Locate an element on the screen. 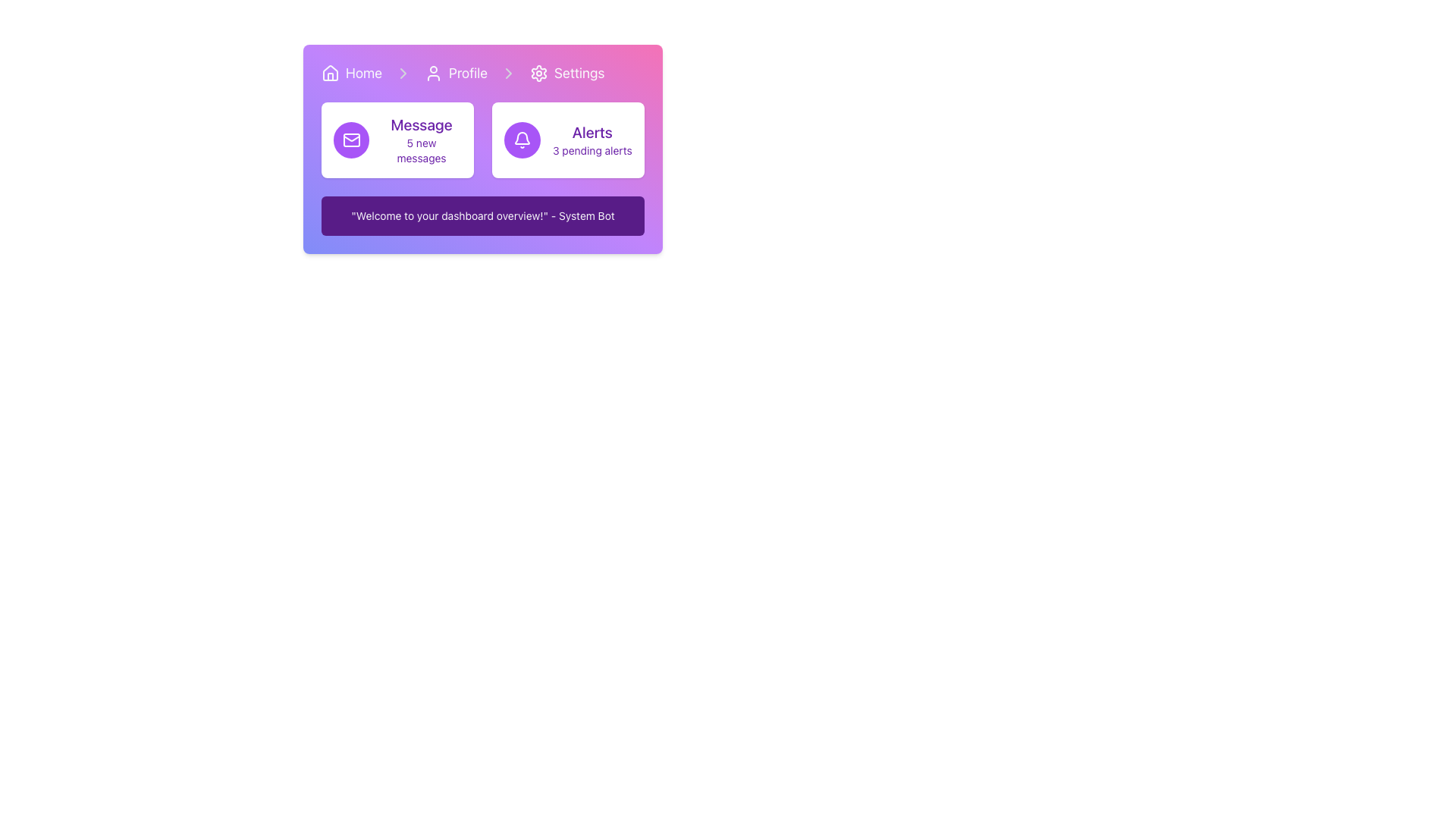  the text label indicating 'Messages' located at the upper section of the card, directly above '5 new messages' is located at coordinates (422, 124).